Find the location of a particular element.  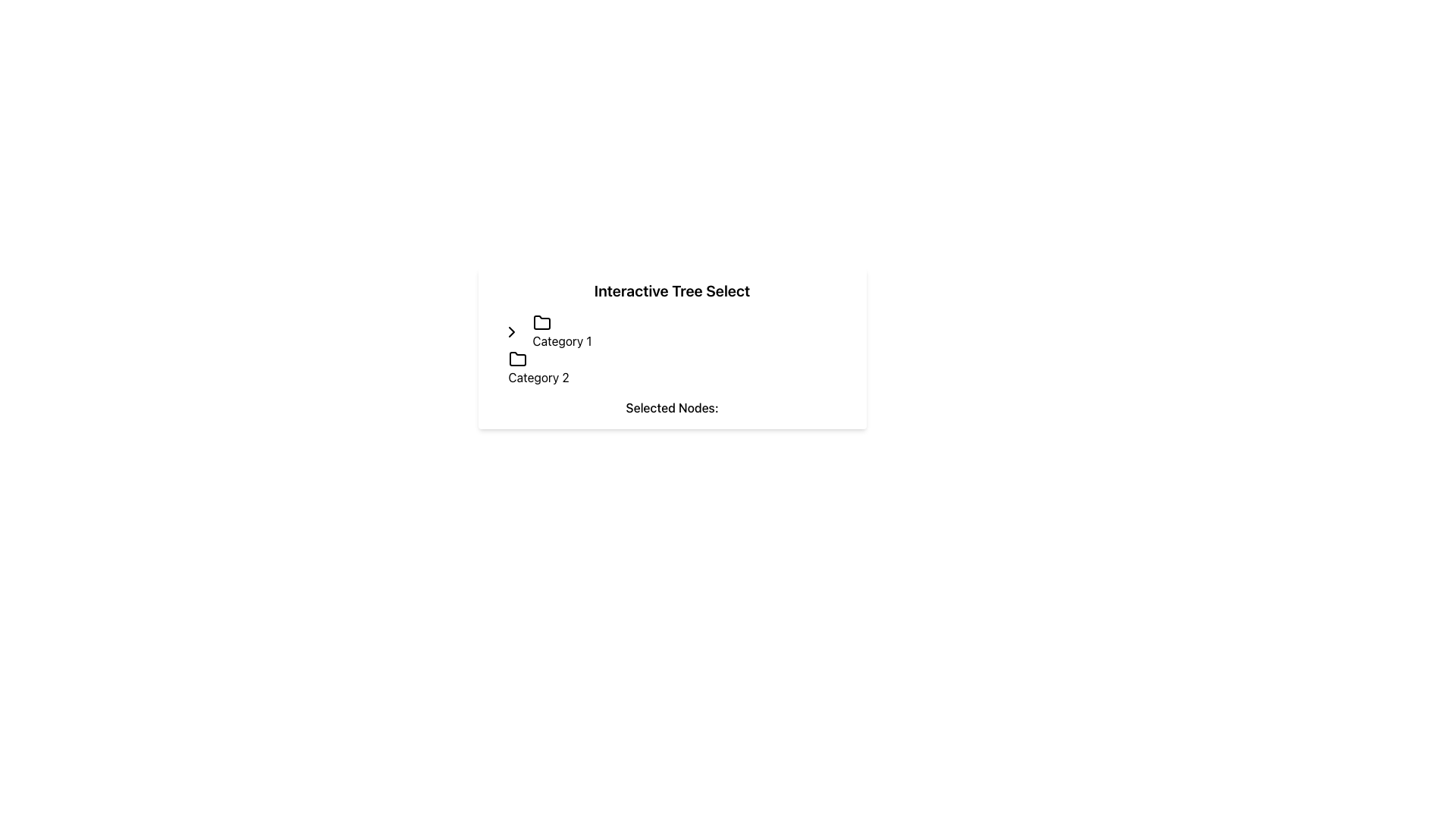

the second folder icon, which is part of the 'Interactive Tree Select' section and is labeled 'Category 2' is located at coordinates (517, 359).